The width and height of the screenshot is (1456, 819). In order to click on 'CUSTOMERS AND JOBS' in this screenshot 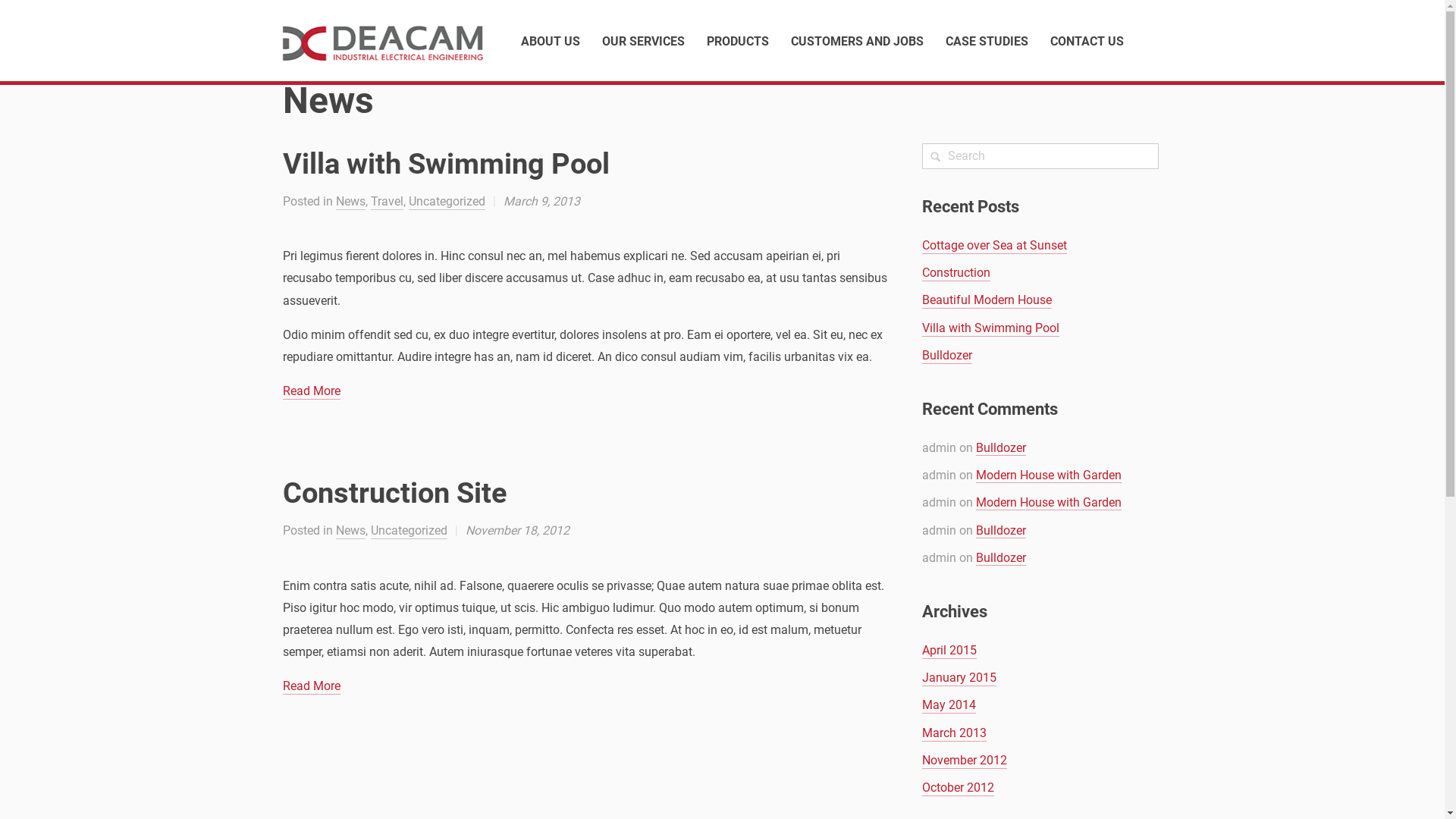, I will do `click(789, 40)`.